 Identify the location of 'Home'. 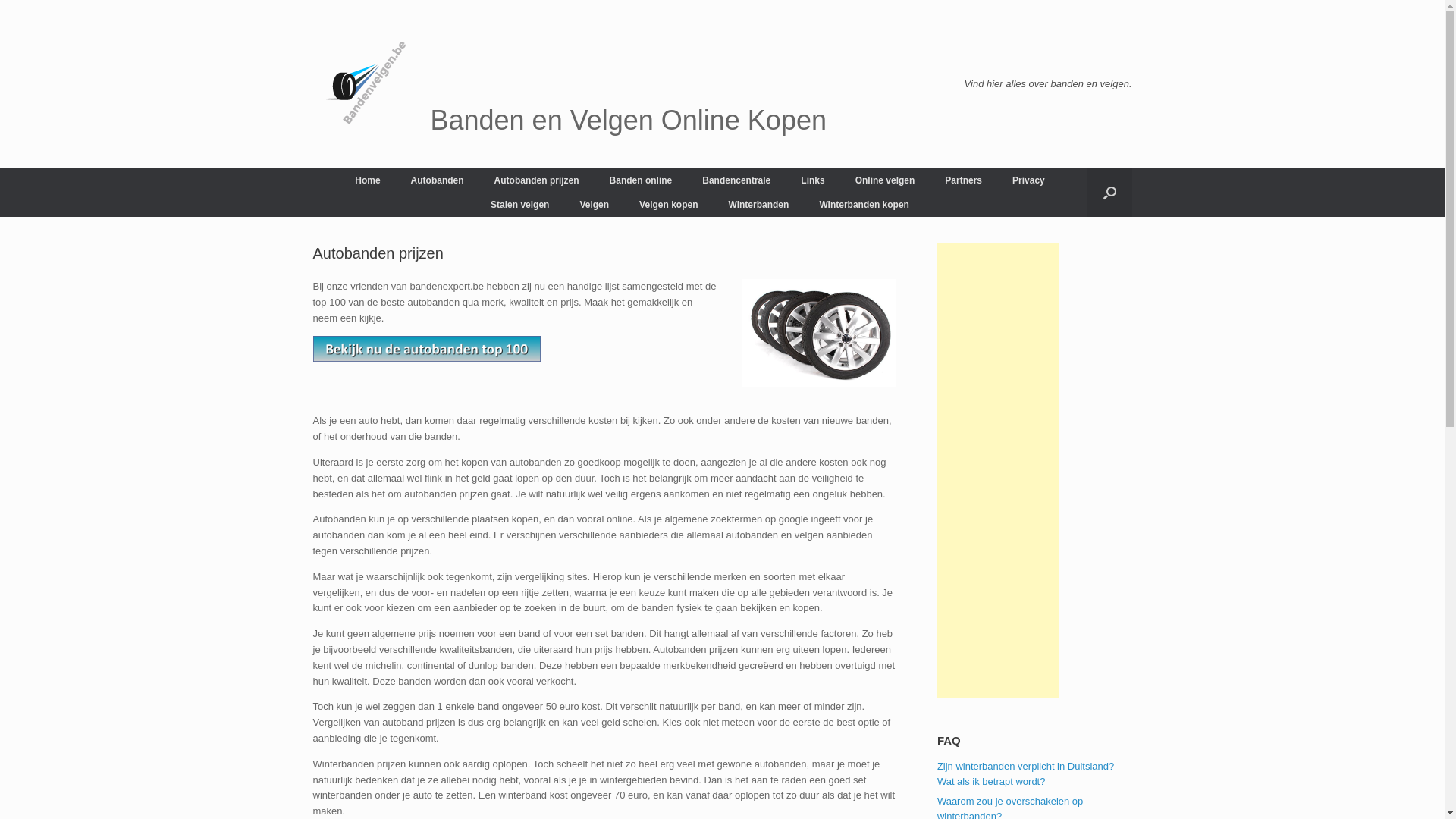
(367, 180).